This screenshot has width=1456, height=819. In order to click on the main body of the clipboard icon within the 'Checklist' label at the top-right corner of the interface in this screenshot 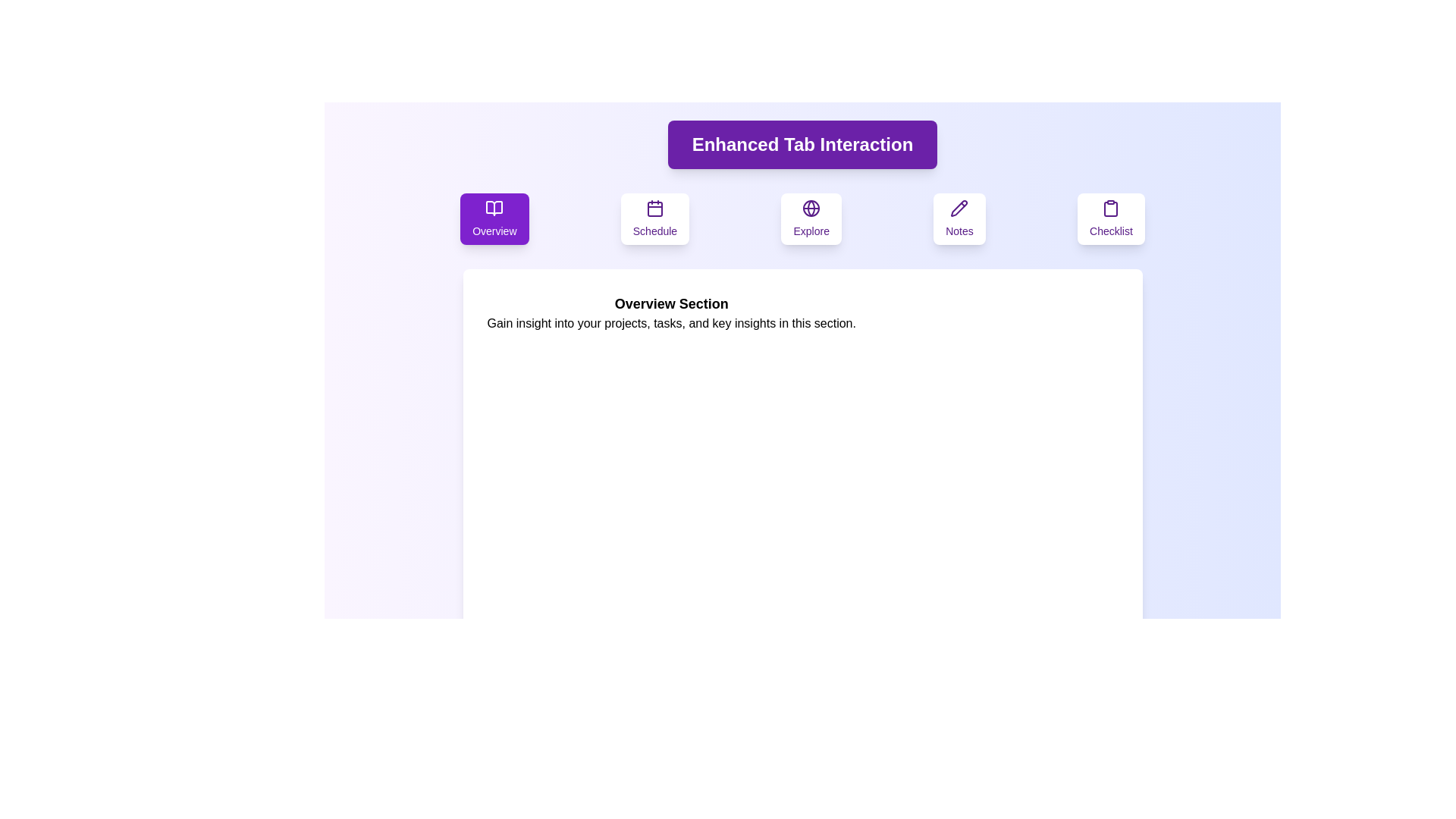, I will do `click(1111, 209)`.